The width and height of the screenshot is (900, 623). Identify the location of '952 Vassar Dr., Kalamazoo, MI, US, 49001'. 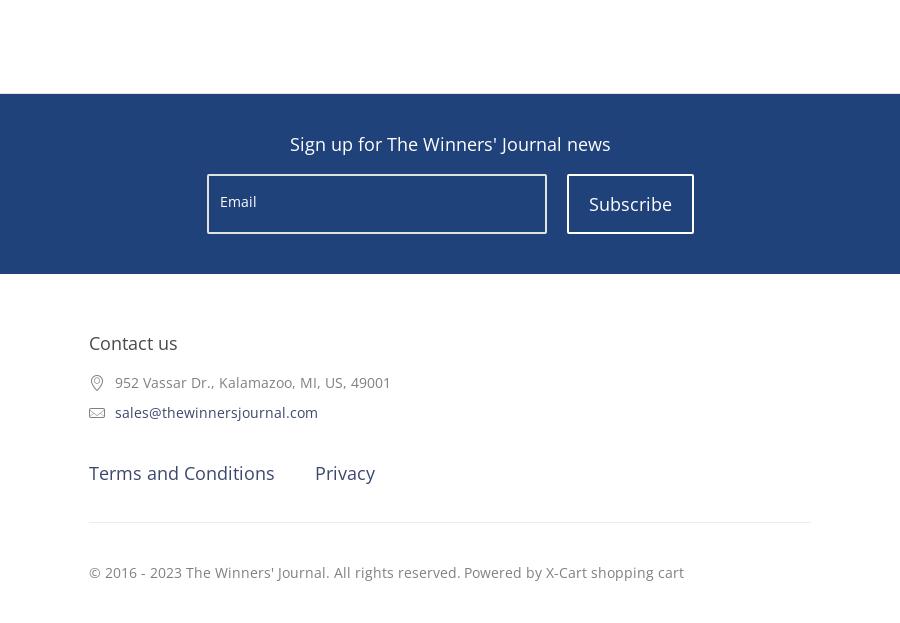
(251, 381).